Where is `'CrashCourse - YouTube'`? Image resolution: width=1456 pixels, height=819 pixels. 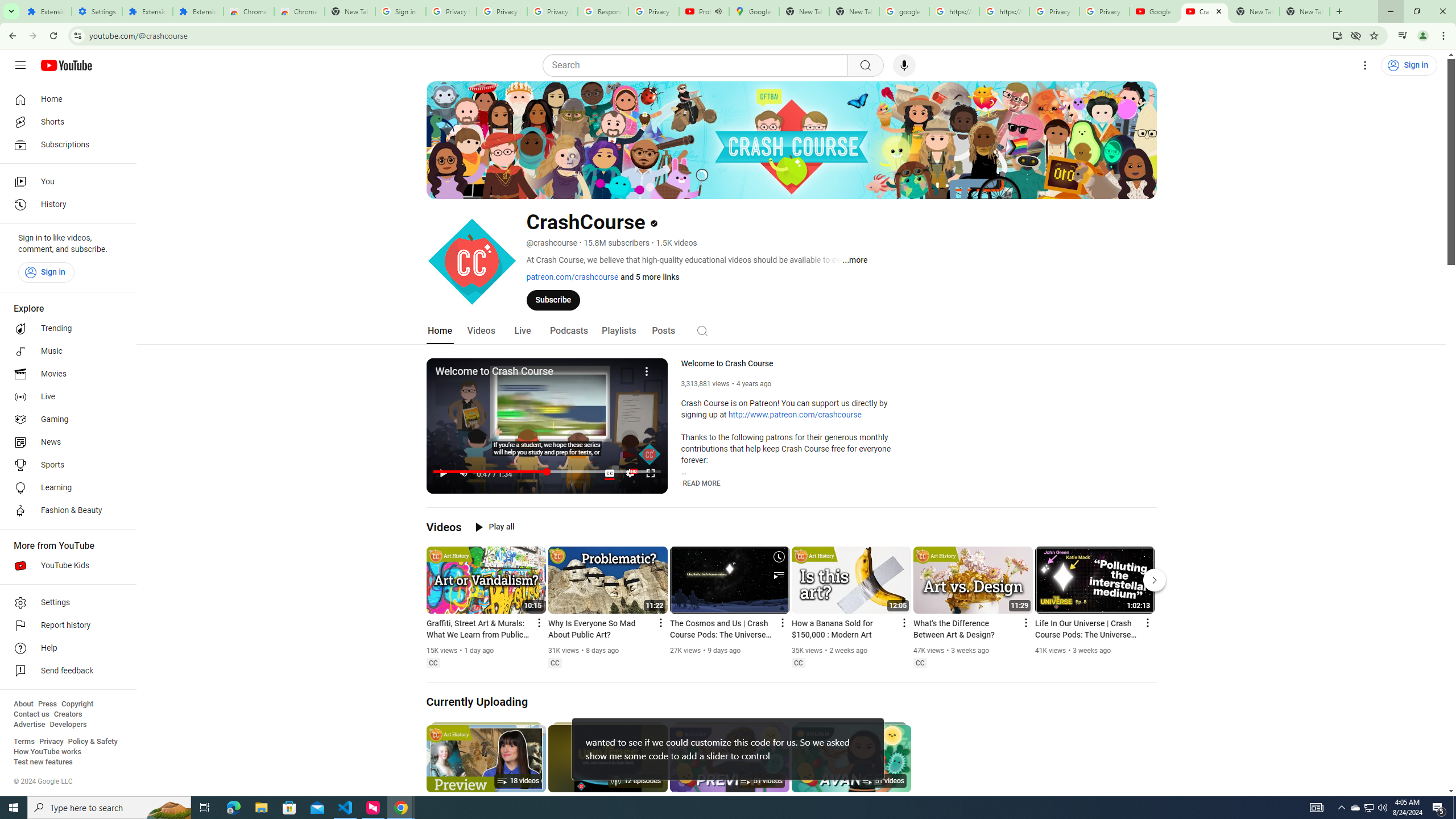 'CrashCourse - YouTube' is located at coordinates (1204, 11).